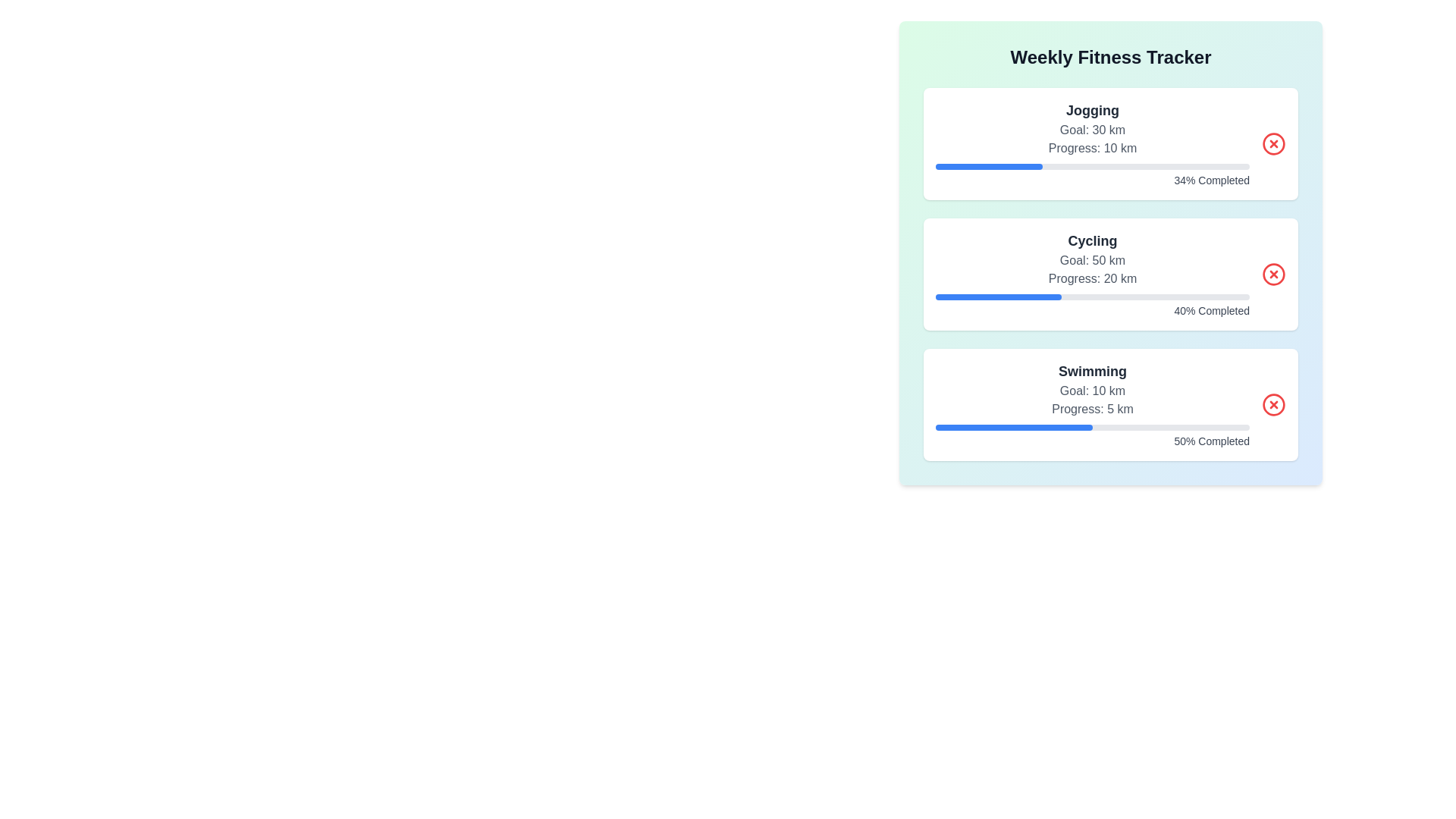 The image size is (1456, 819). Describe the element at coordinates (1092, 240) in the screenshot. I see `the 'Cycling' text label, which is displayed in bold, large dark gray font against a white background, located at the top of the second card in the fitness tracking activities list` at that location.